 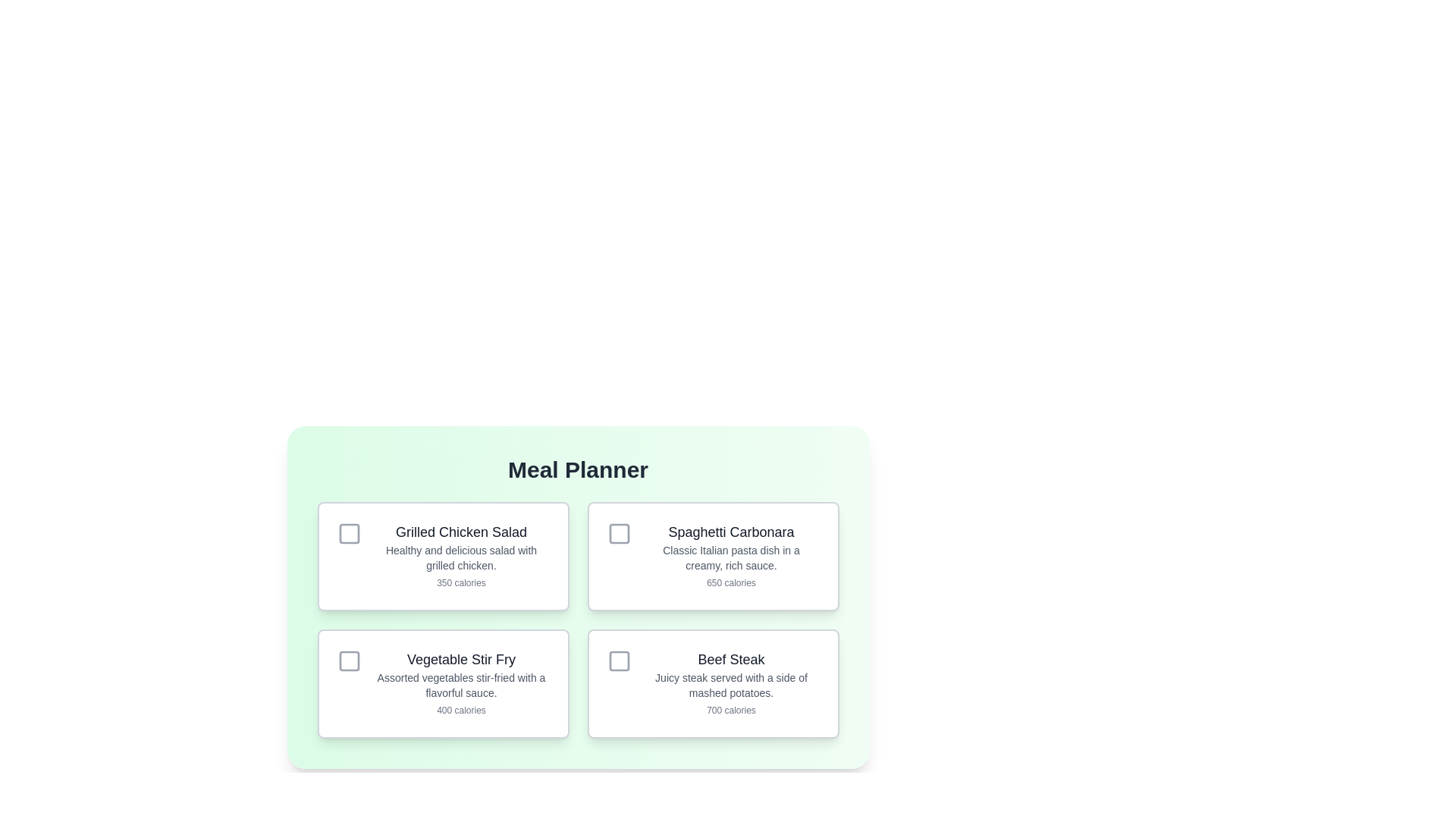 I want to click on the static text element providing details for the meal 'Beef Steak', located in the bottom-right card of the four-card layout under the 'Meal Planner' heading, so click(x=731, y=685).